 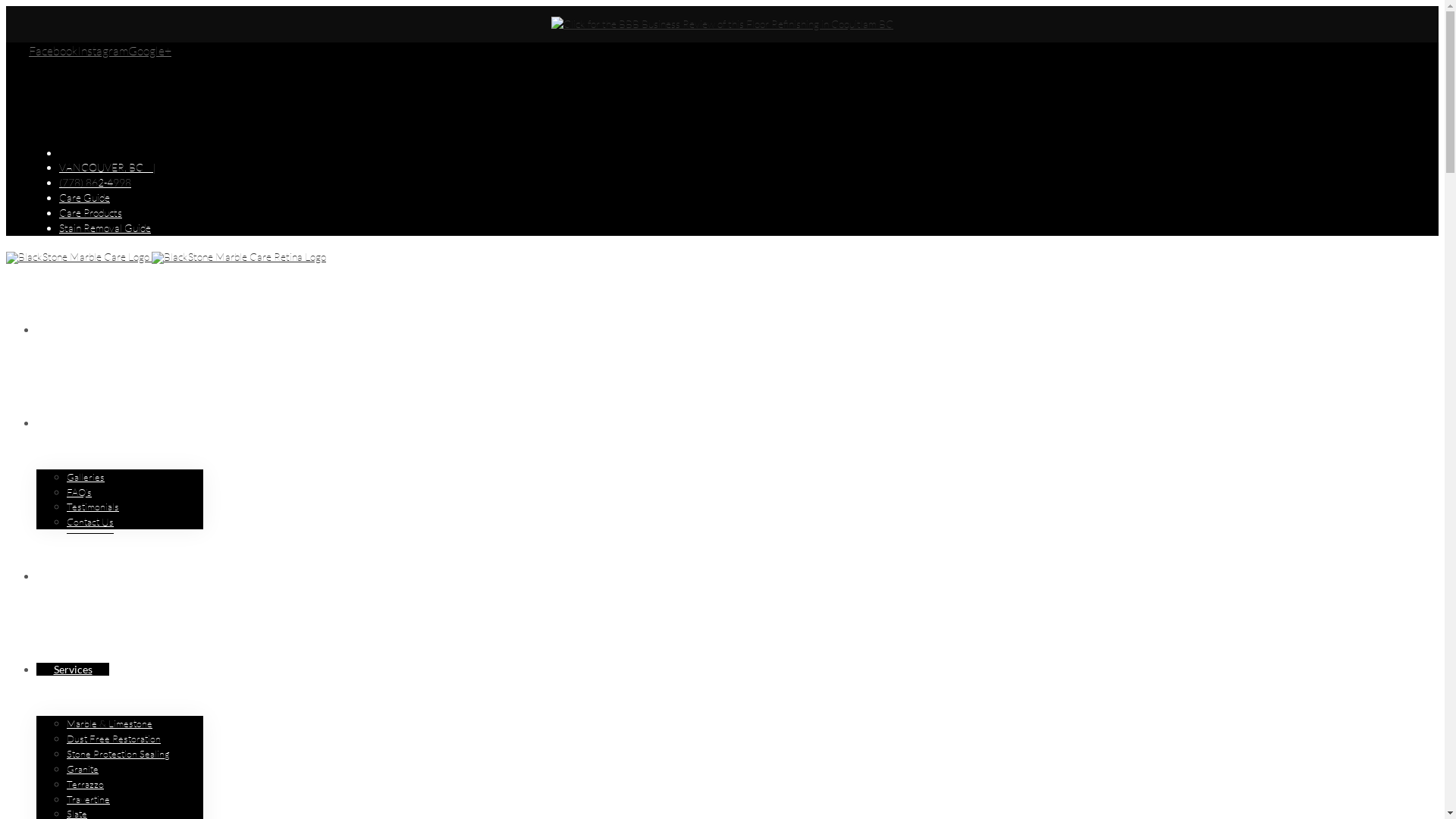 I want to click on 'Care Products', so click(x=89, y=212).